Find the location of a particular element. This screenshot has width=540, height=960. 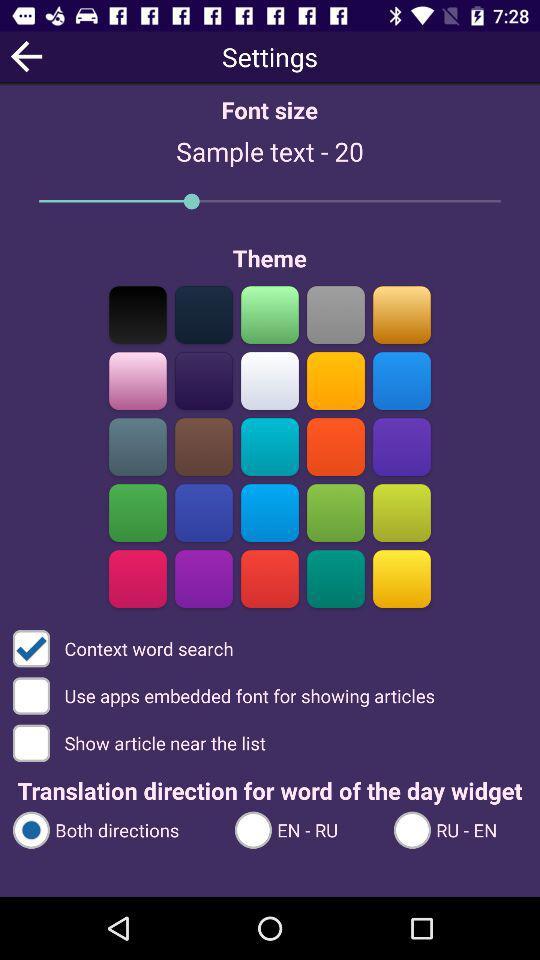

theme change is located at coordinates (270, 578).